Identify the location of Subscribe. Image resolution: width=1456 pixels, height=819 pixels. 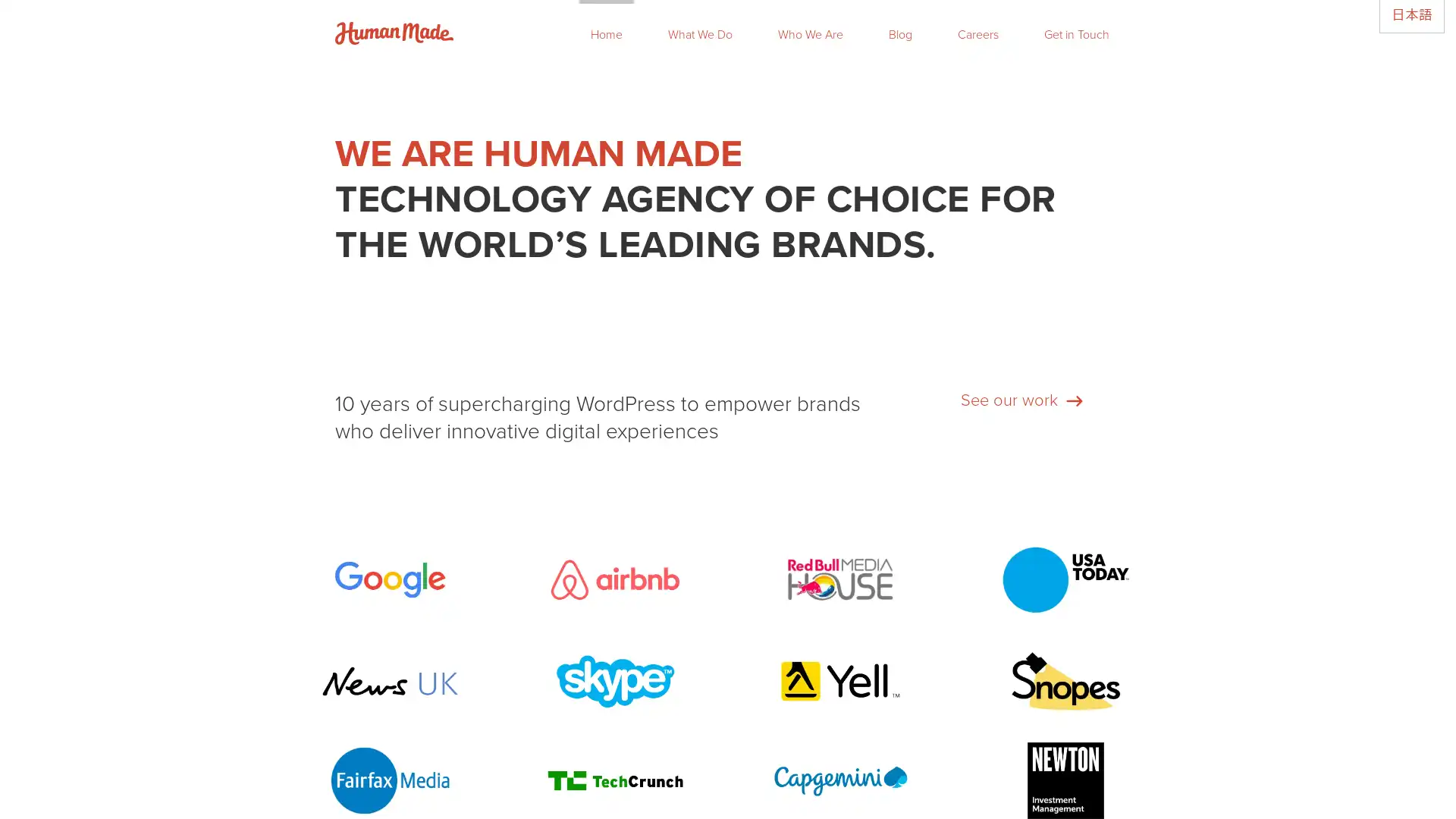
(945, 772).